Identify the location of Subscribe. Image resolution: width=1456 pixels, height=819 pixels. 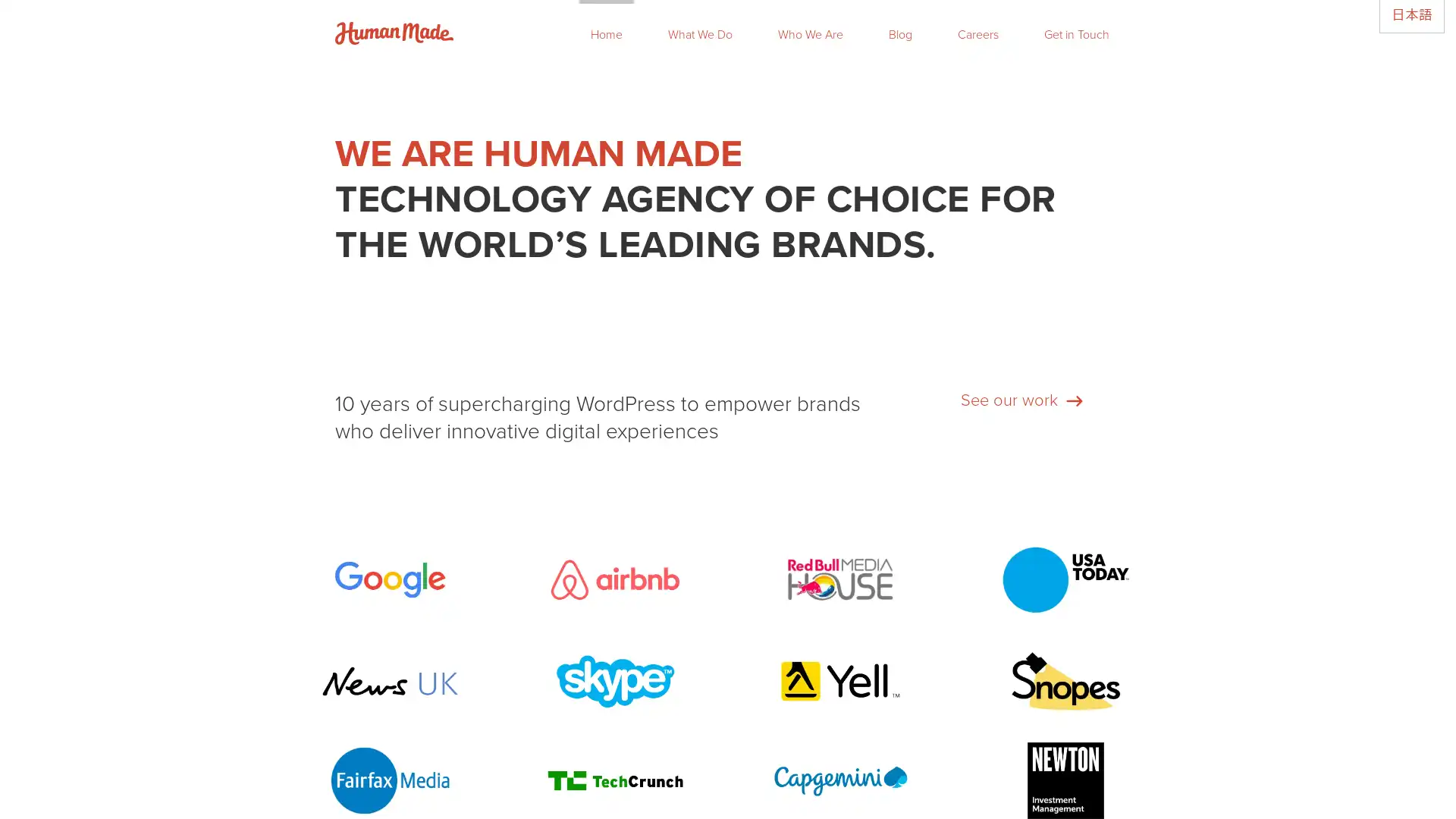
(945, 772).